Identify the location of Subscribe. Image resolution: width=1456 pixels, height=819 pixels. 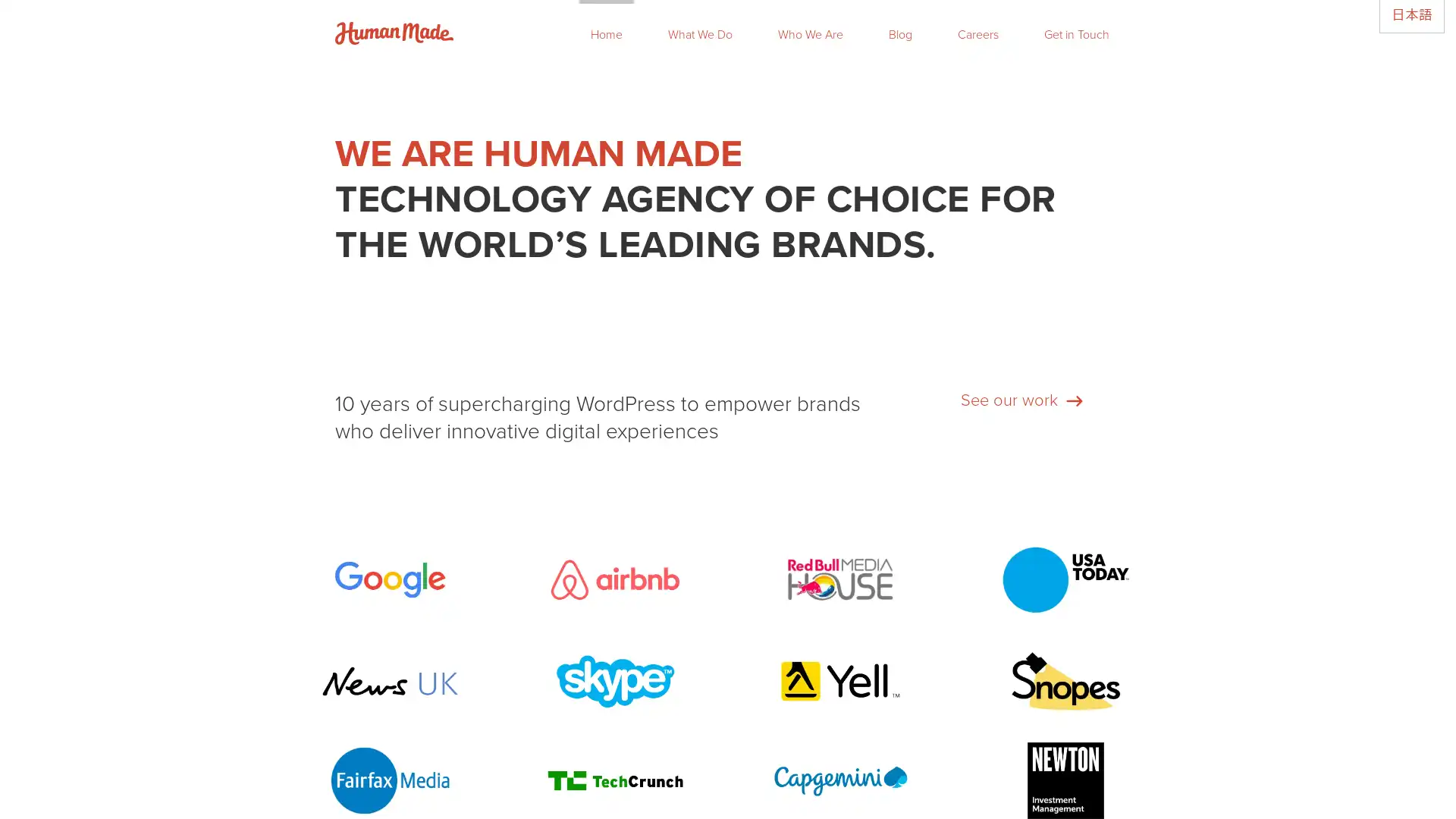
(945, 772).